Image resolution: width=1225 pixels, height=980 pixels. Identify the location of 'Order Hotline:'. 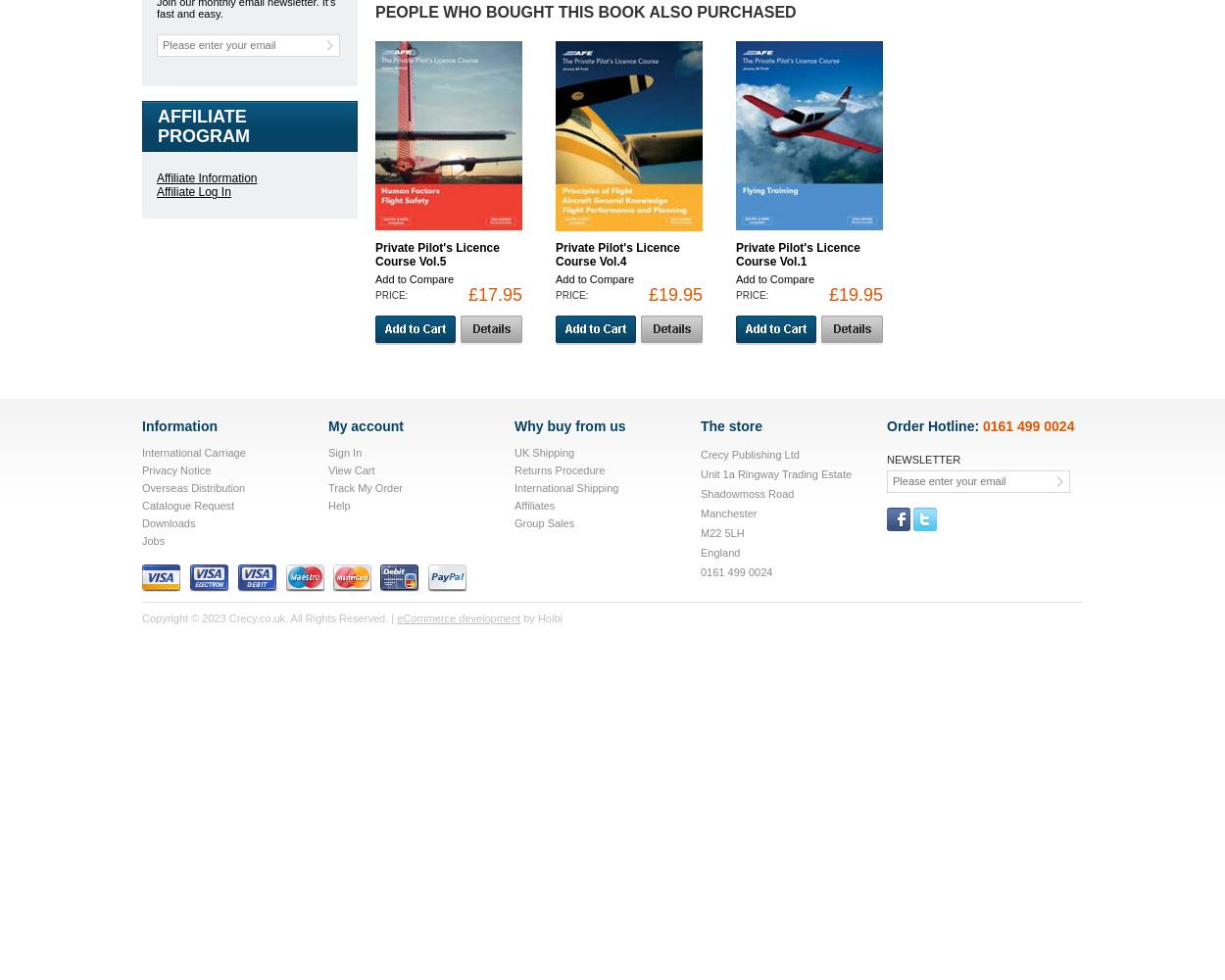
(934, 426).